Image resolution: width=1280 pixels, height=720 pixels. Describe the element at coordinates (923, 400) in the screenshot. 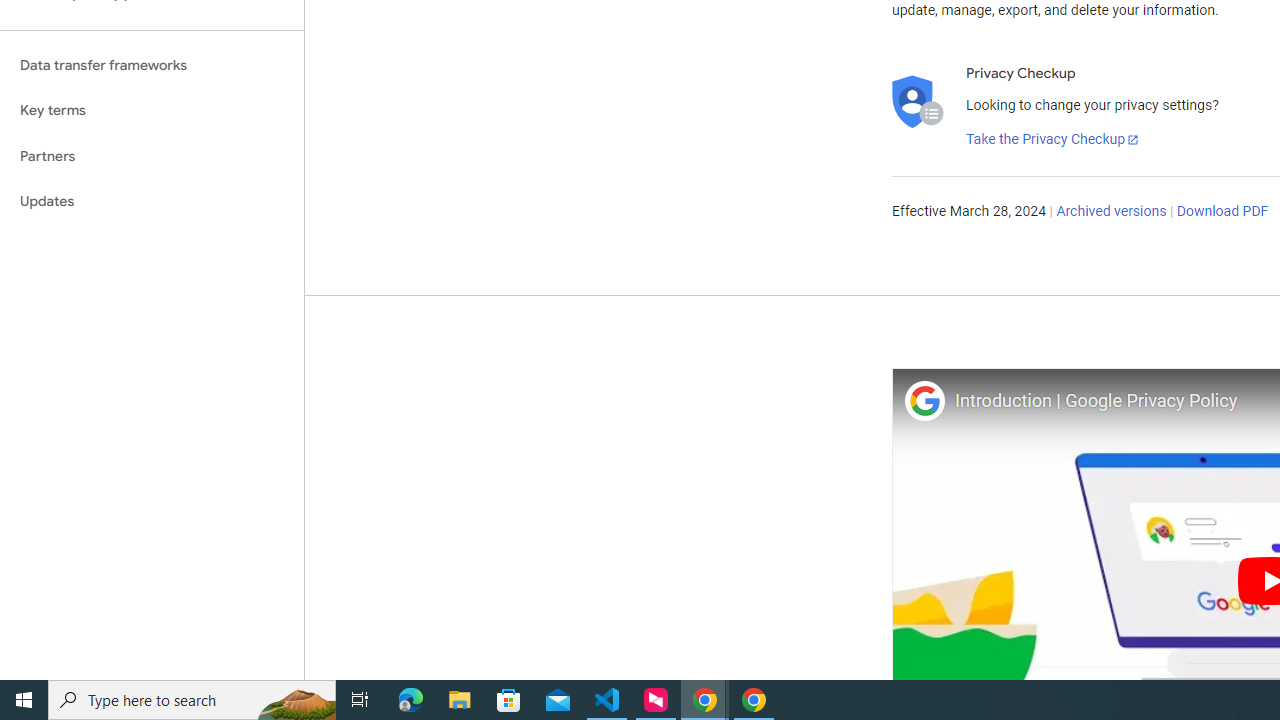

I see `'Photo image of Google'` at that location.